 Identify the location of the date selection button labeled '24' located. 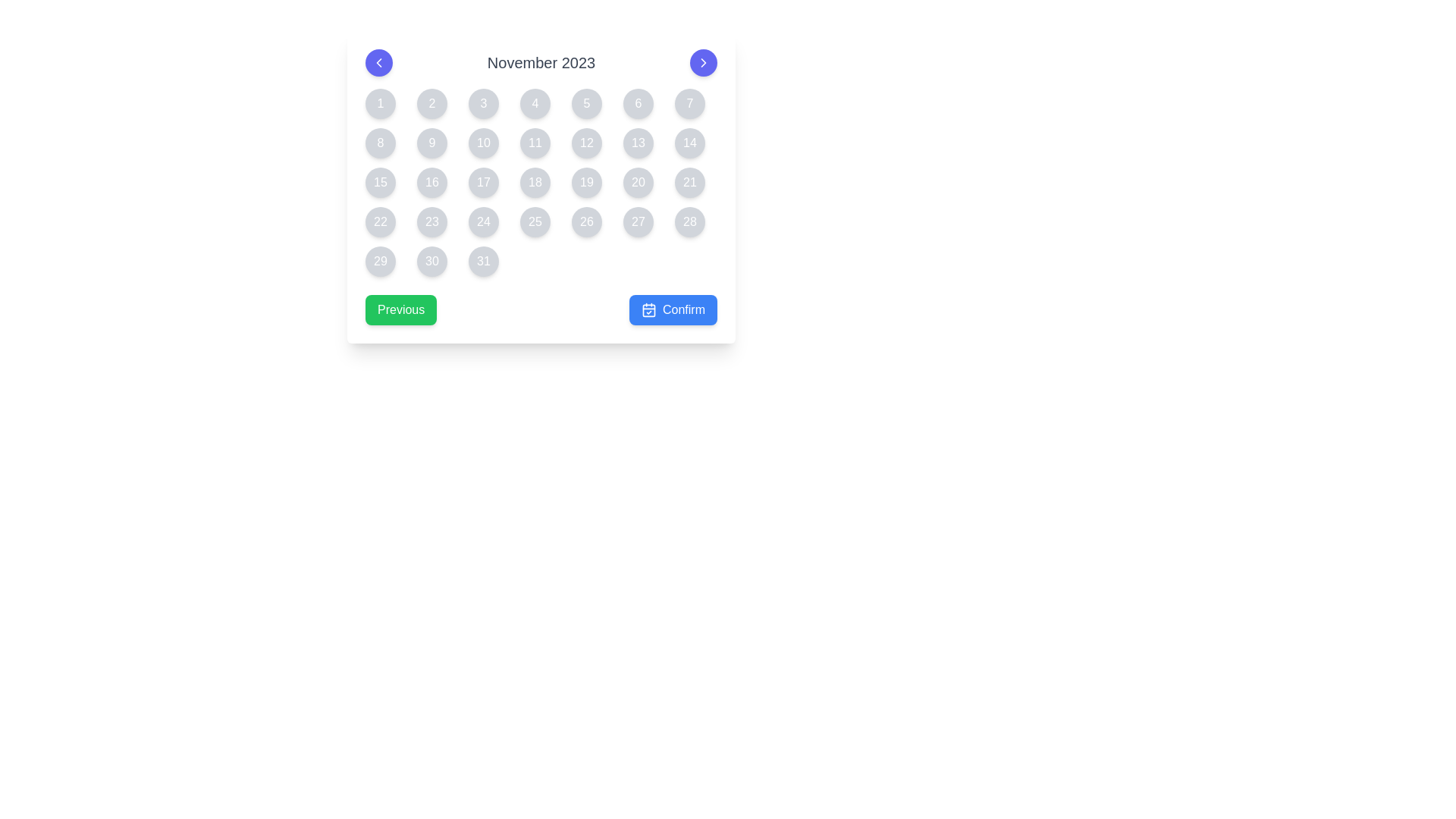
(483, 222).